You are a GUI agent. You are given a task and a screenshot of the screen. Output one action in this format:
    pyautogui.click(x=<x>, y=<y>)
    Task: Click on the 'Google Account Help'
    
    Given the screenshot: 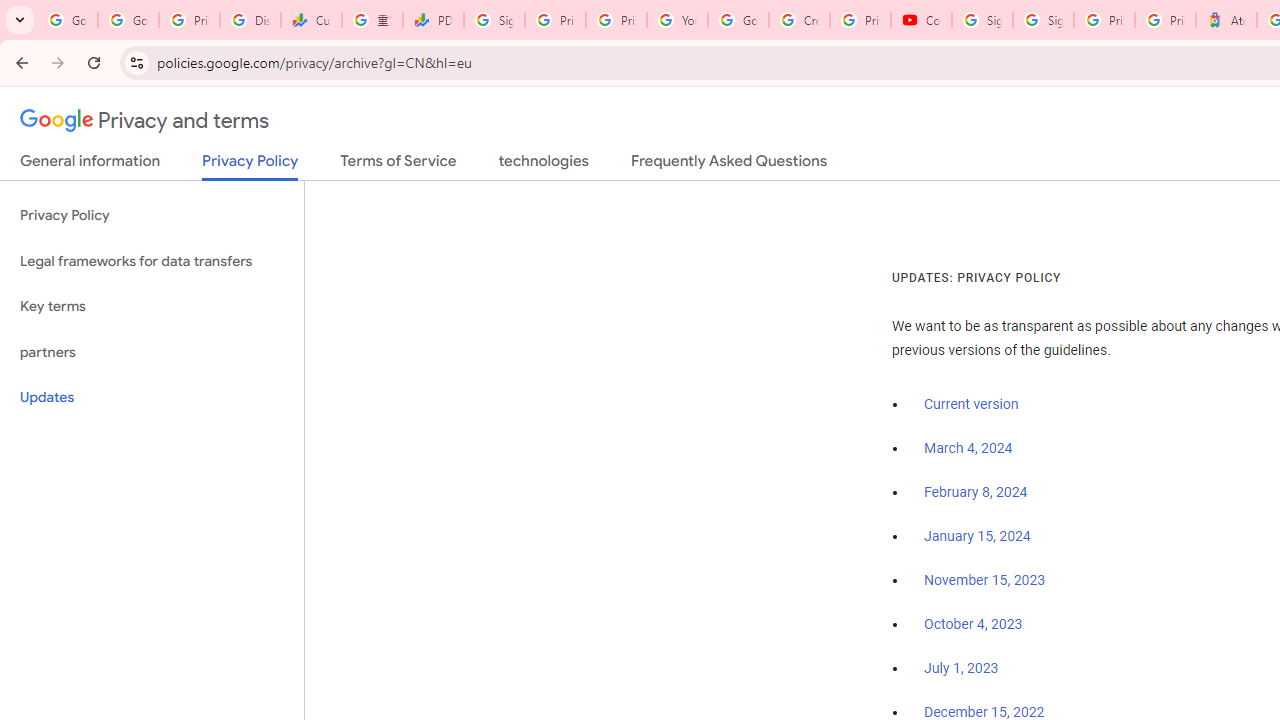 What is the action you would take?
    pyautogui.click(x=737, y=20)
    